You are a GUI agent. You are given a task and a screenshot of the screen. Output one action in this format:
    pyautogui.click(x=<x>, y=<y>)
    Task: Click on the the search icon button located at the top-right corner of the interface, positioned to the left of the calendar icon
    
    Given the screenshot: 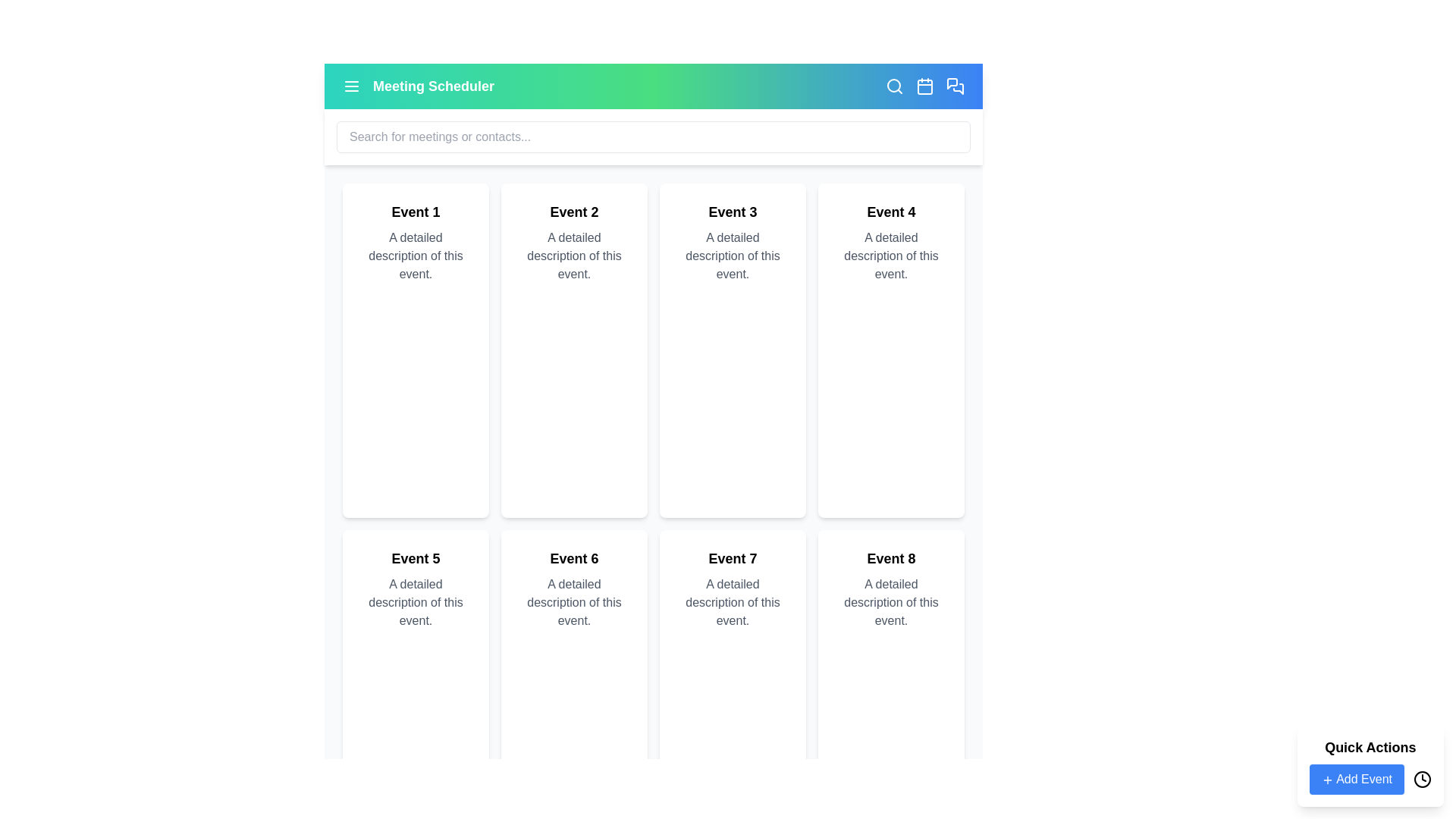 What is the action you would take?
    pyautogui.click(x=895, y=86)
    